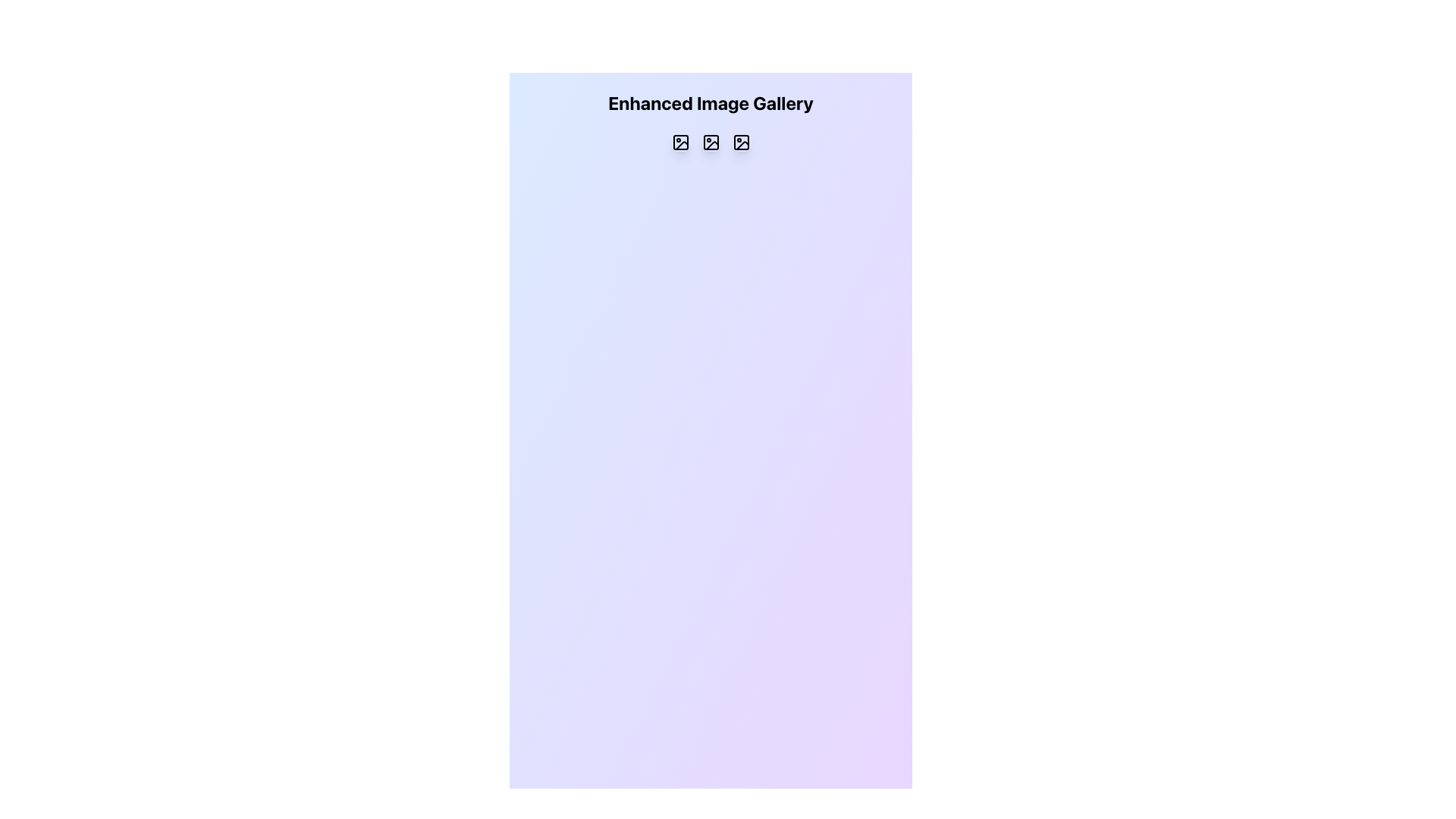 The width and height of the screenshot is (1456, 819). Describe the element at coordinates (710, 143) in the screenshot. I see `the icon button located in the middle column of the grid layout beneath the 'Enhanced Image Gallery' header` at that location.